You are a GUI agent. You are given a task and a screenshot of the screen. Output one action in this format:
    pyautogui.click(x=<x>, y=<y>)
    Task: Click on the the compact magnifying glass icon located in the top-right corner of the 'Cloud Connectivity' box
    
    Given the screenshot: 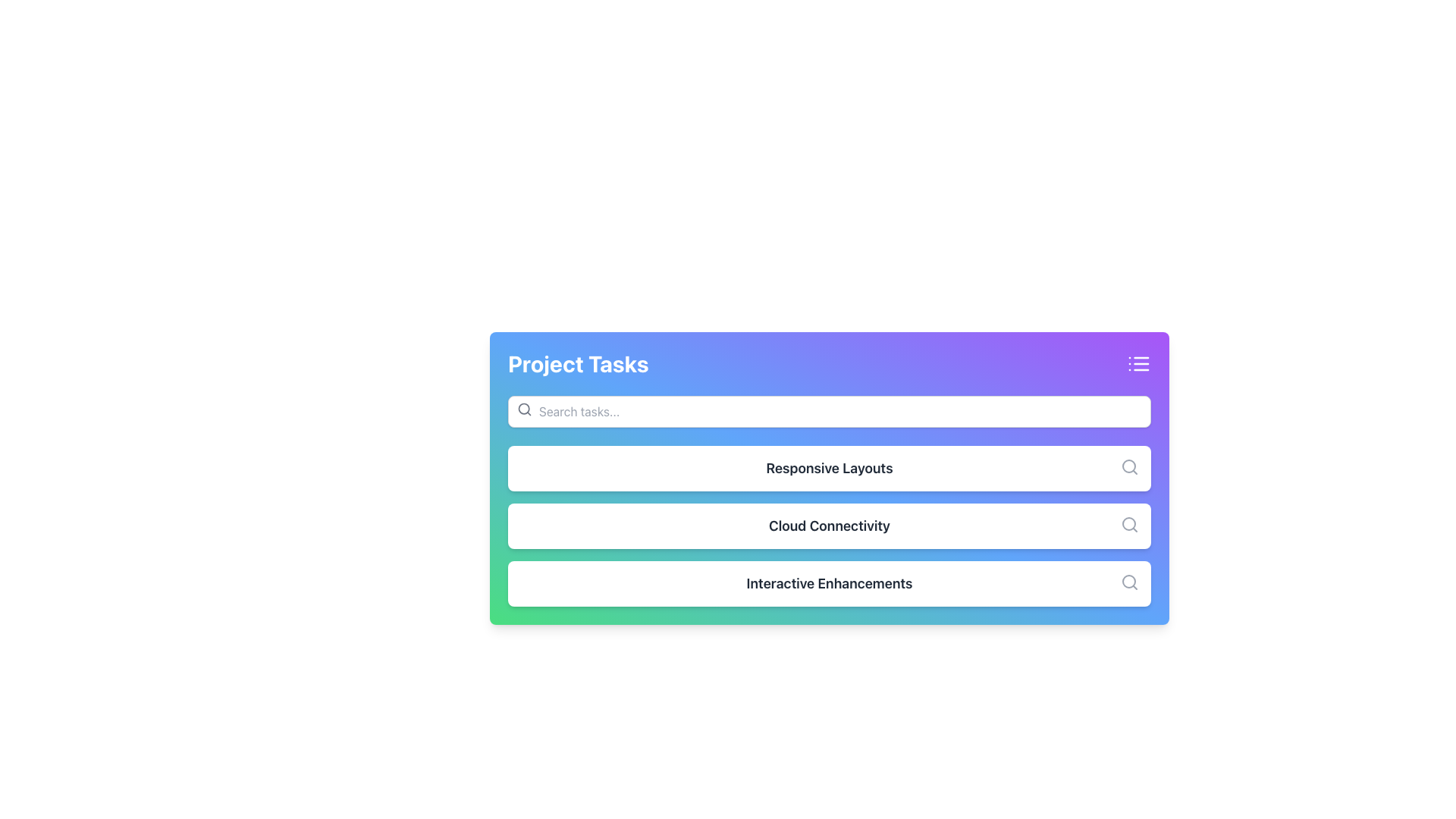 What is the action you would take?
    pyautogui.click(x=1129, y=523)
    